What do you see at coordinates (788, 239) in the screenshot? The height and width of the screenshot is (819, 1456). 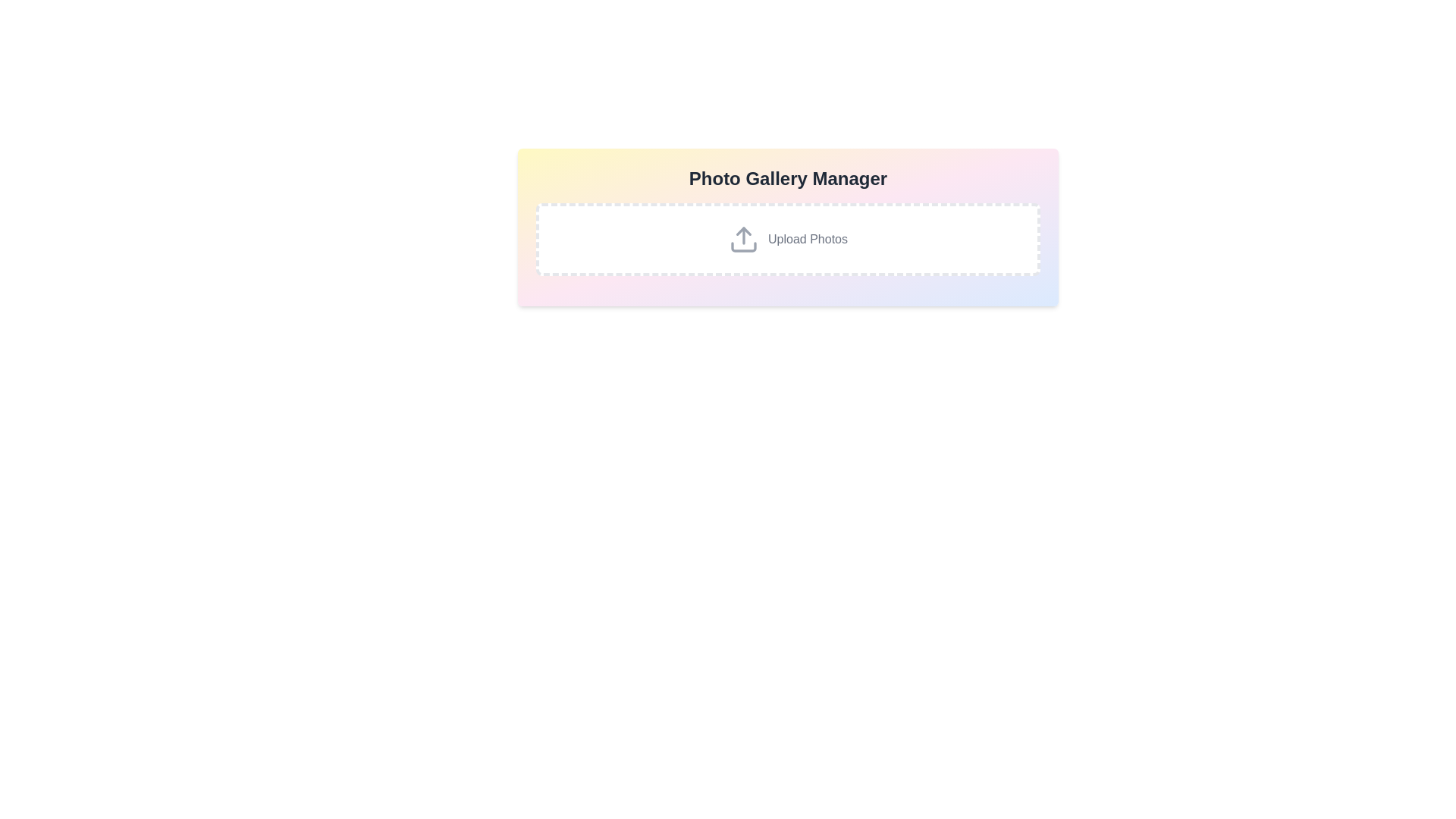 I see `and drop files onto the 'Upload Photos' button, which is a rectangular block with dashed borders and a white background, featuring an upload arrow icon and gray text` at bounding box center [788, 239].